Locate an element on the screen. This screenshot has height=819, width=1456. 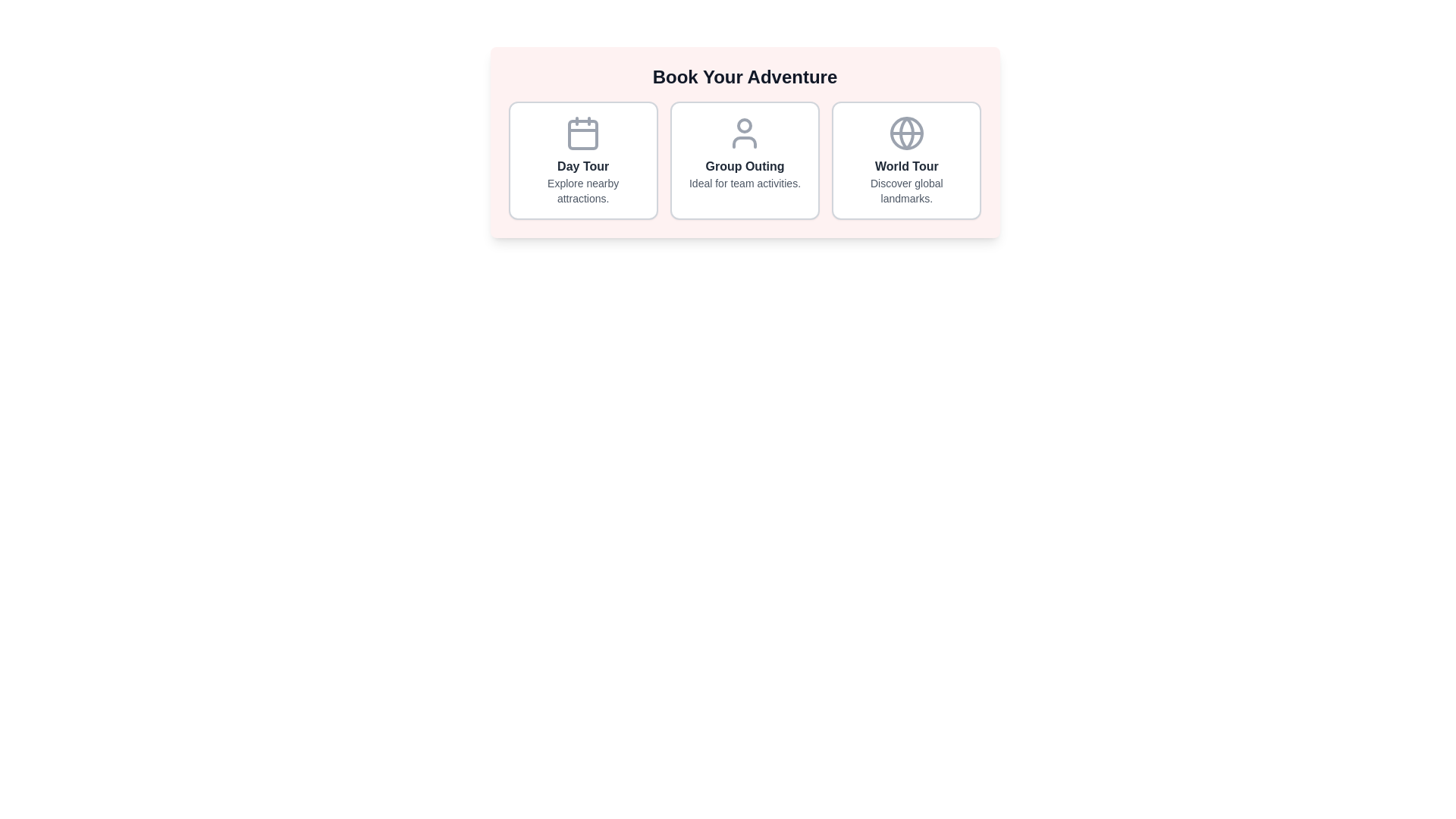
the globe icon representing 'World Tour' located above the text 'World Tour' and 'Discover global landmarks' within the card is located at coordinates (906, 133).